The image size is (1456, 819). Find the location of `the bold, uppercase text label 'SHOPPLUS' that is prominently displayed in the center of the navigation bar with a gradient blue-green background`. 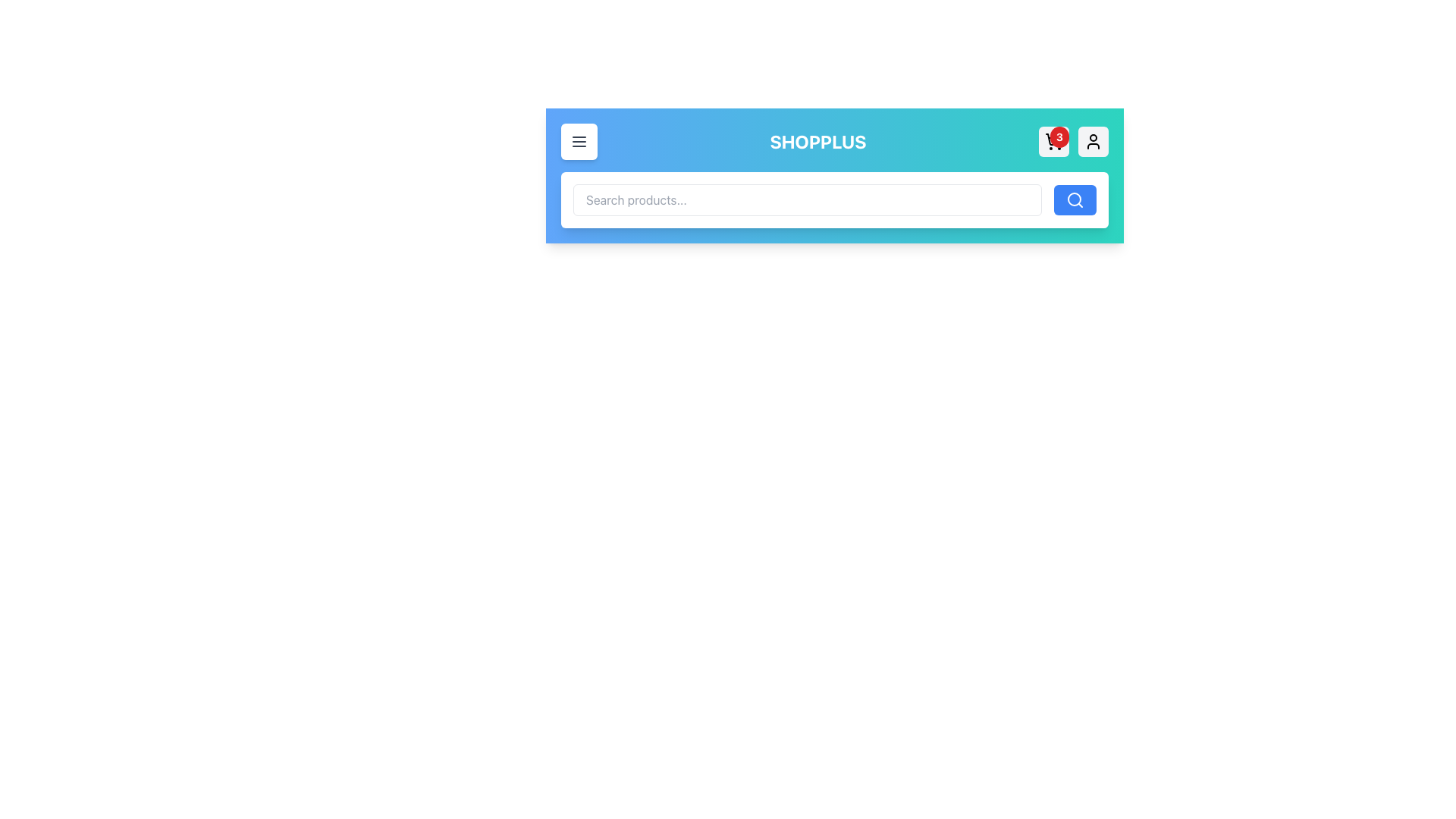

the bold, uppercase text label 'SHOPPLUS' that is prominently displayed in the center of the navigation bar with a gradient blue-green background is located at coordinates (817, 141).